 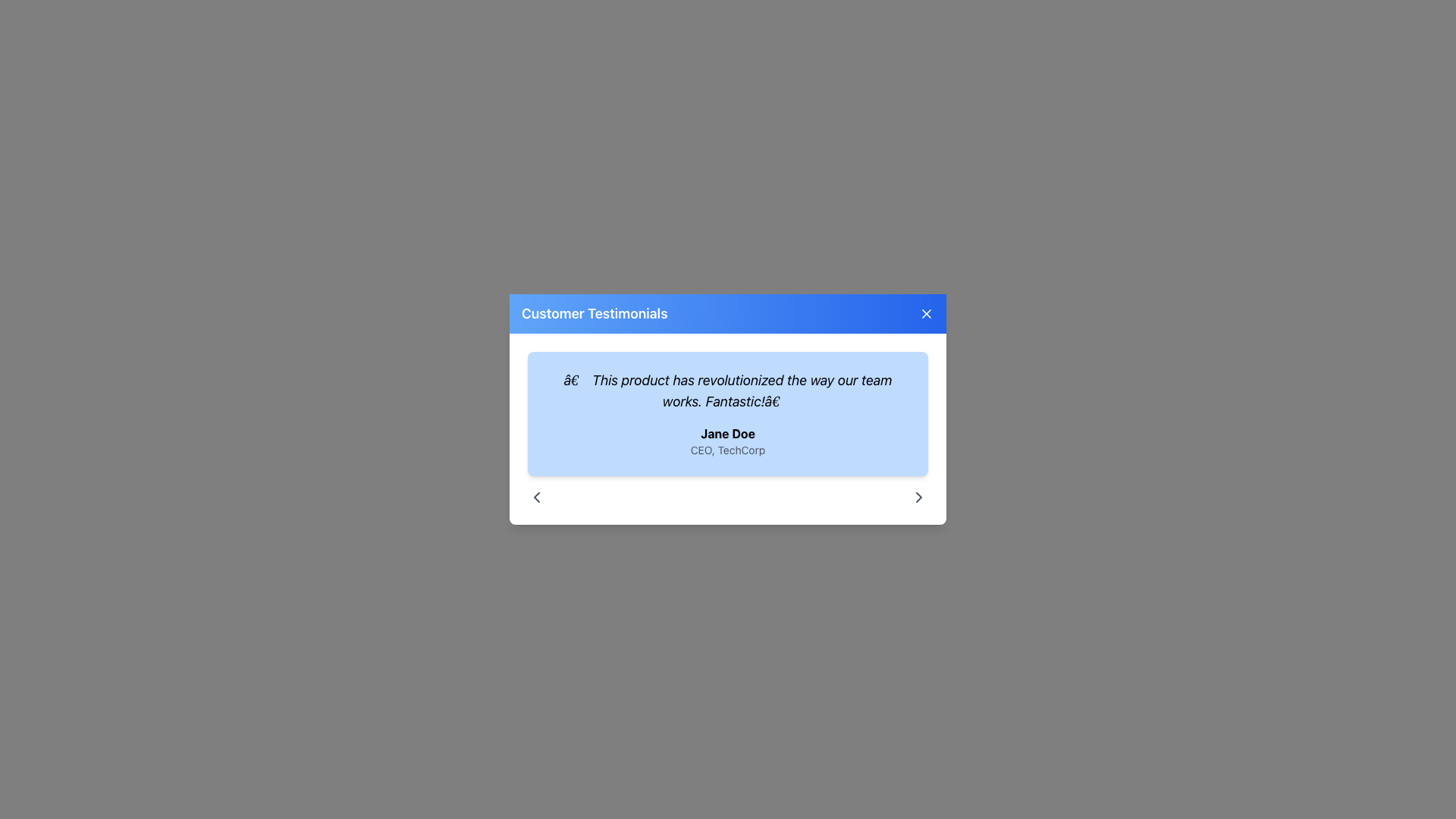 I want to click on the small, square-shaped blue button with an 'X' symbol in the center, located in the top-right corner of the 'Customer Testimonials' modal to trigger hover effects, so click(x=926, y=312).